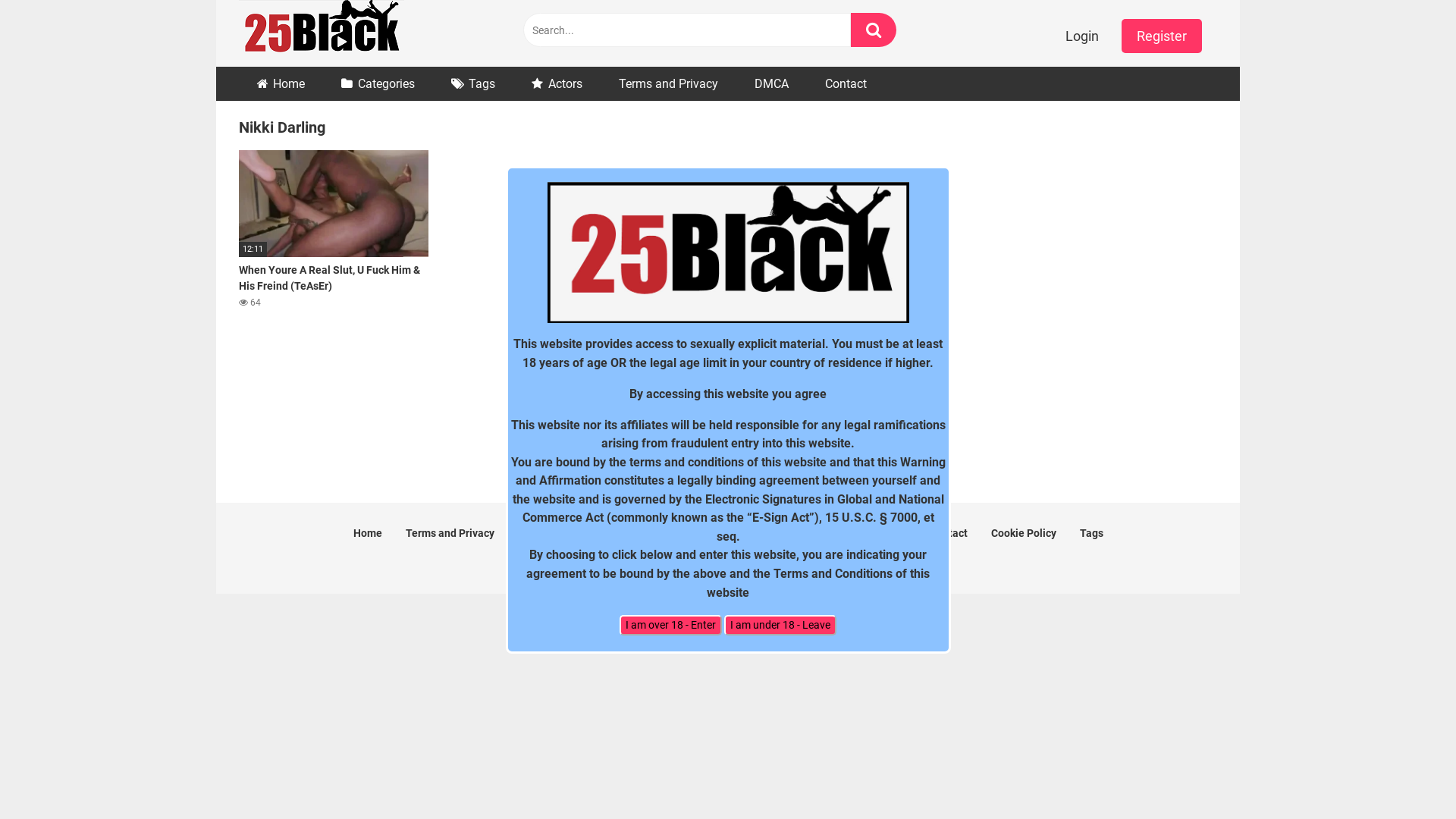 This screenshot has height=819, width=1456. I want to click on '25 Black', so click(320, 33).